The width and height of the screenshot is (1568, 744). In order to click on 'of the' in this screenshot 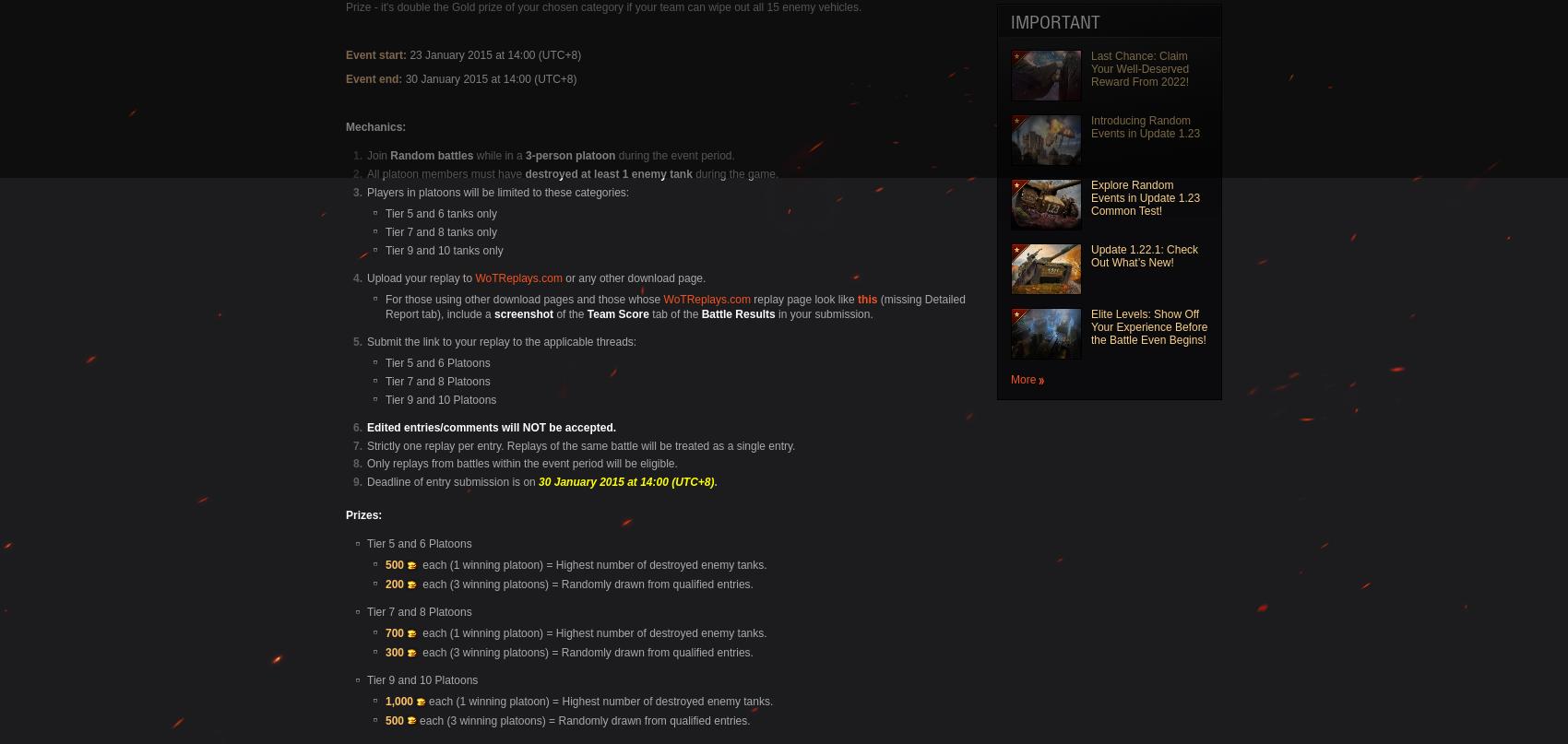, I will do `click(552, 313)`.